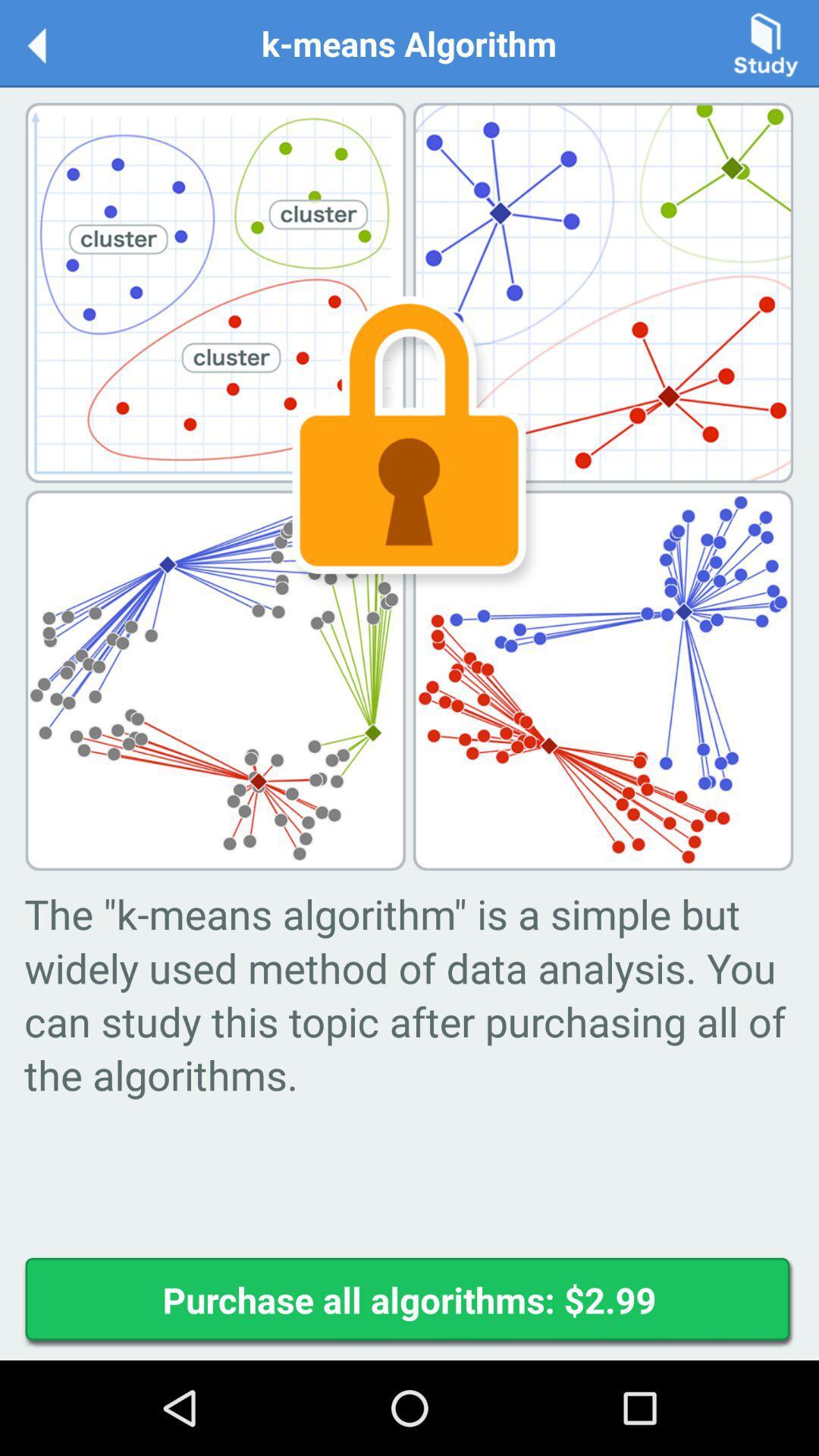 The width and height of the screenshot is (819, 1456). Describe the element at coordinates (52, 42) in the screenshot. I see `go back` at that location.